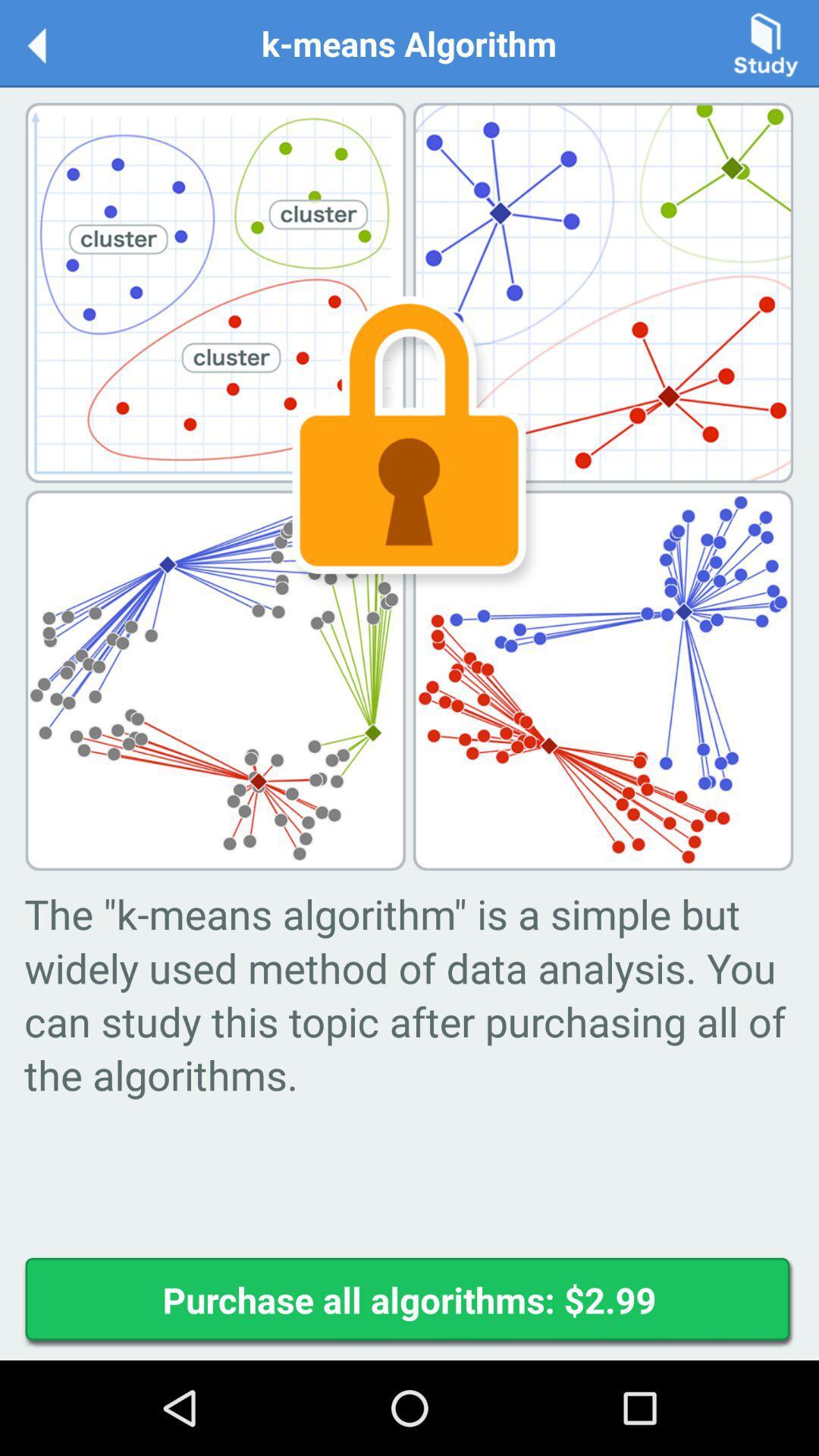 The width and height of the screenshot is (819, 1456). Describe the element at coordinates (52, 42) in the screenshot. I see `go back` at that location.